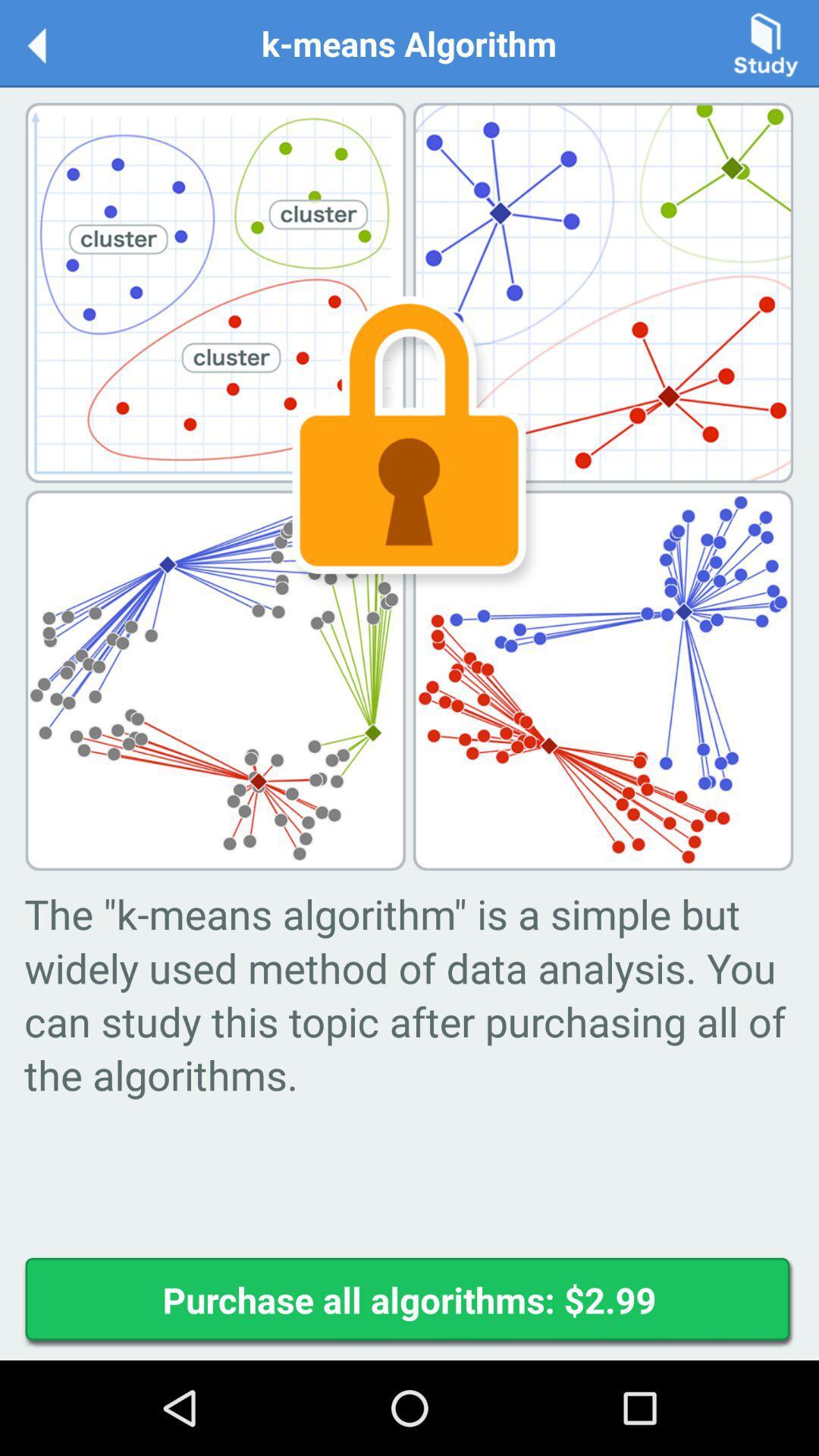 The width and height of the screenshot is (819, 1456). Describe the element at coordinates (52, 42) in the screenshot. I see `go back` at that location.